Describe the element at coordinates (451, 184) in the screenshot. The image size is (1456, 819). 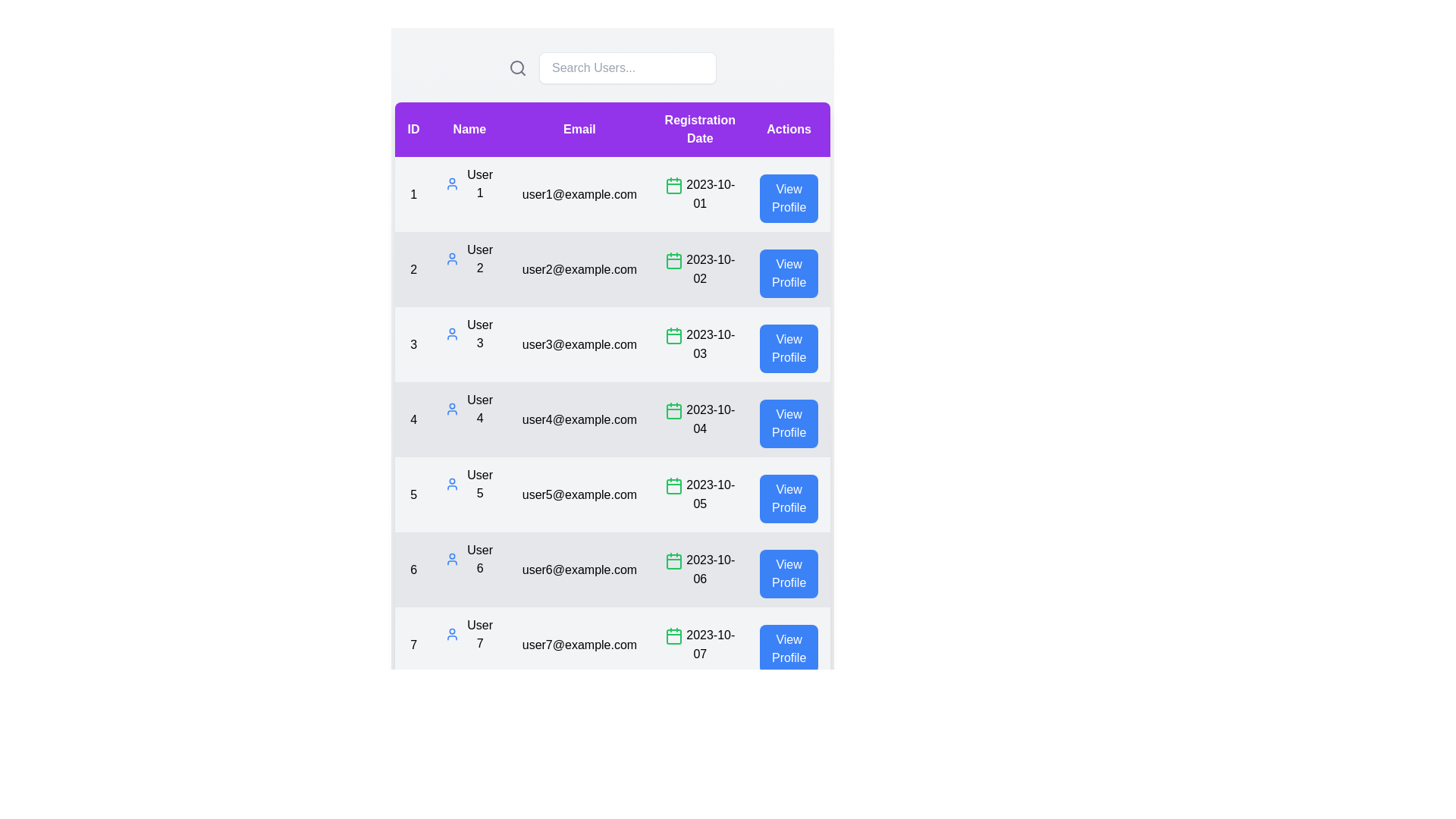
I see `the user profile icon for user 1` at that location.